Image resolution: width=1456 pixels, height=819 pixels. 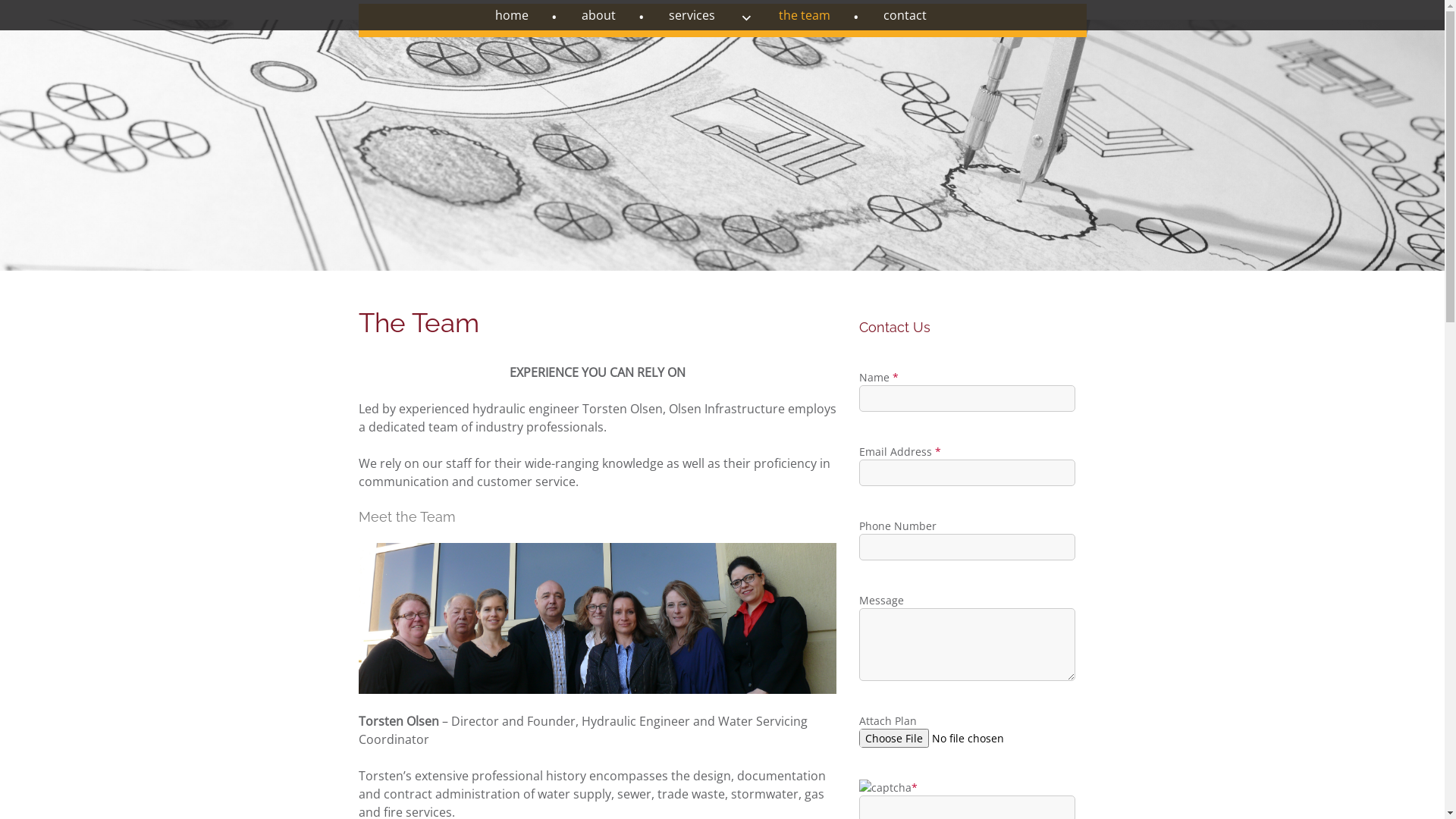 What do you see at coordinates (613, 14) in the screenshot?
I see `'about'` at bounding box center [613, 14].